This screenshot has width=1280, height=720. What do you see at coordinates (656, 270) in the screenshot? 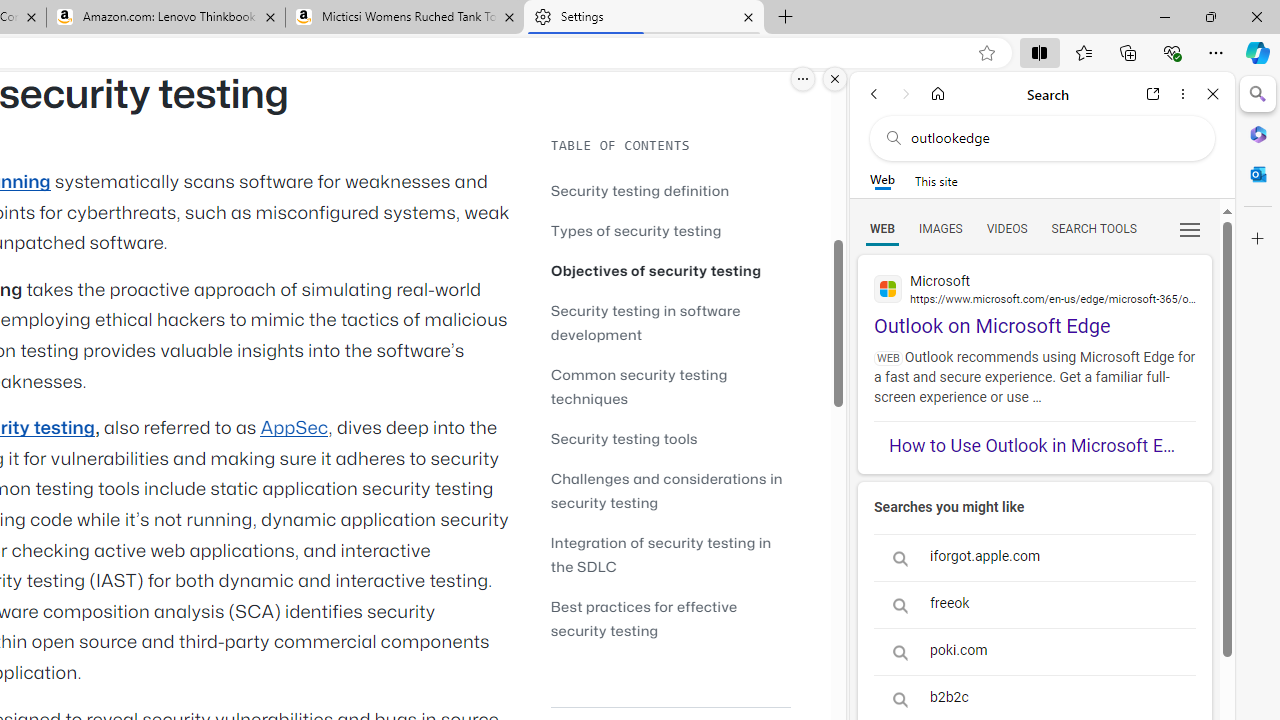
I see `'Objectives of security testing'` at bounding box center [656, 270].